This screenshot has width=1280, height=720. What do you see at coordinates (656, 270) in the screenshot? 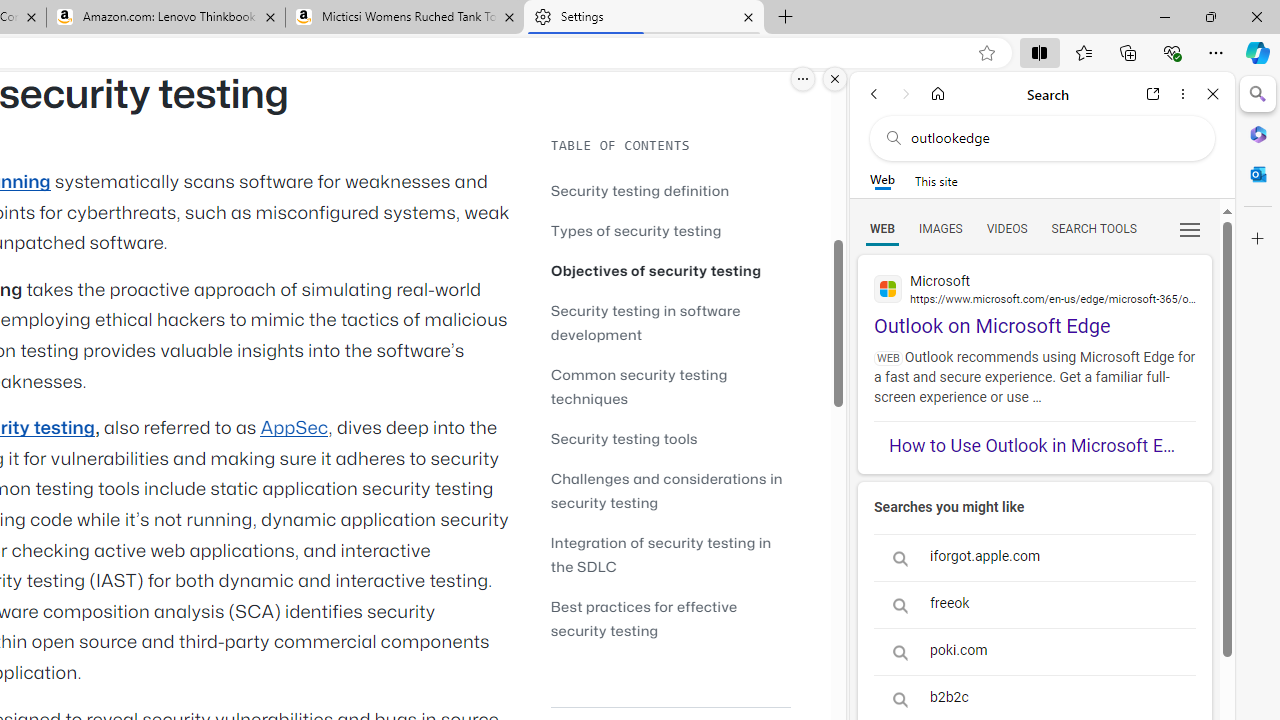
I see `'Objectives of security testing'` at bounding box center [656, 270].